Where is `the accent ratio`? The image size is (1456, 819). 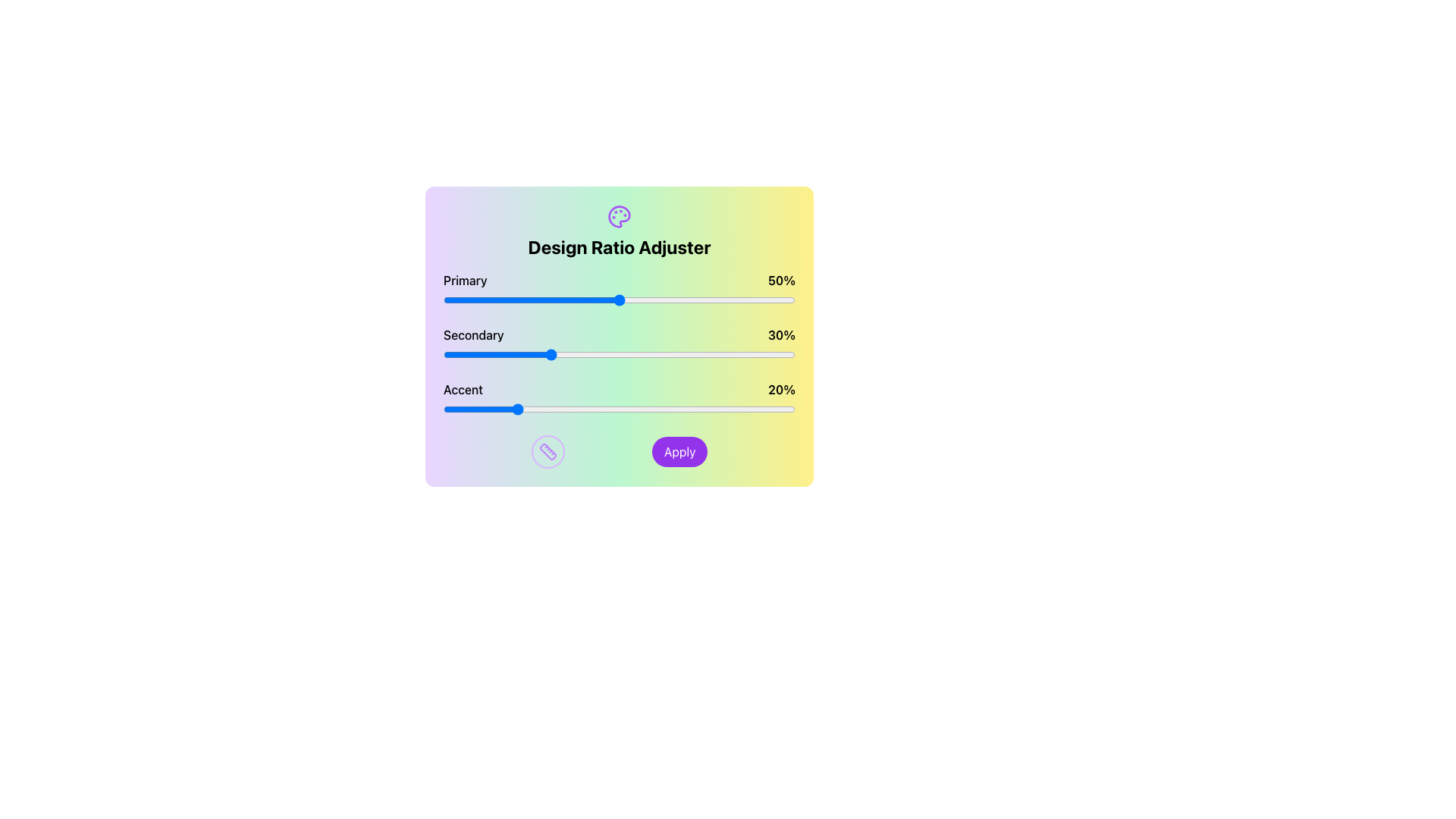 the accent ratio is located at coordinates (450, 409).